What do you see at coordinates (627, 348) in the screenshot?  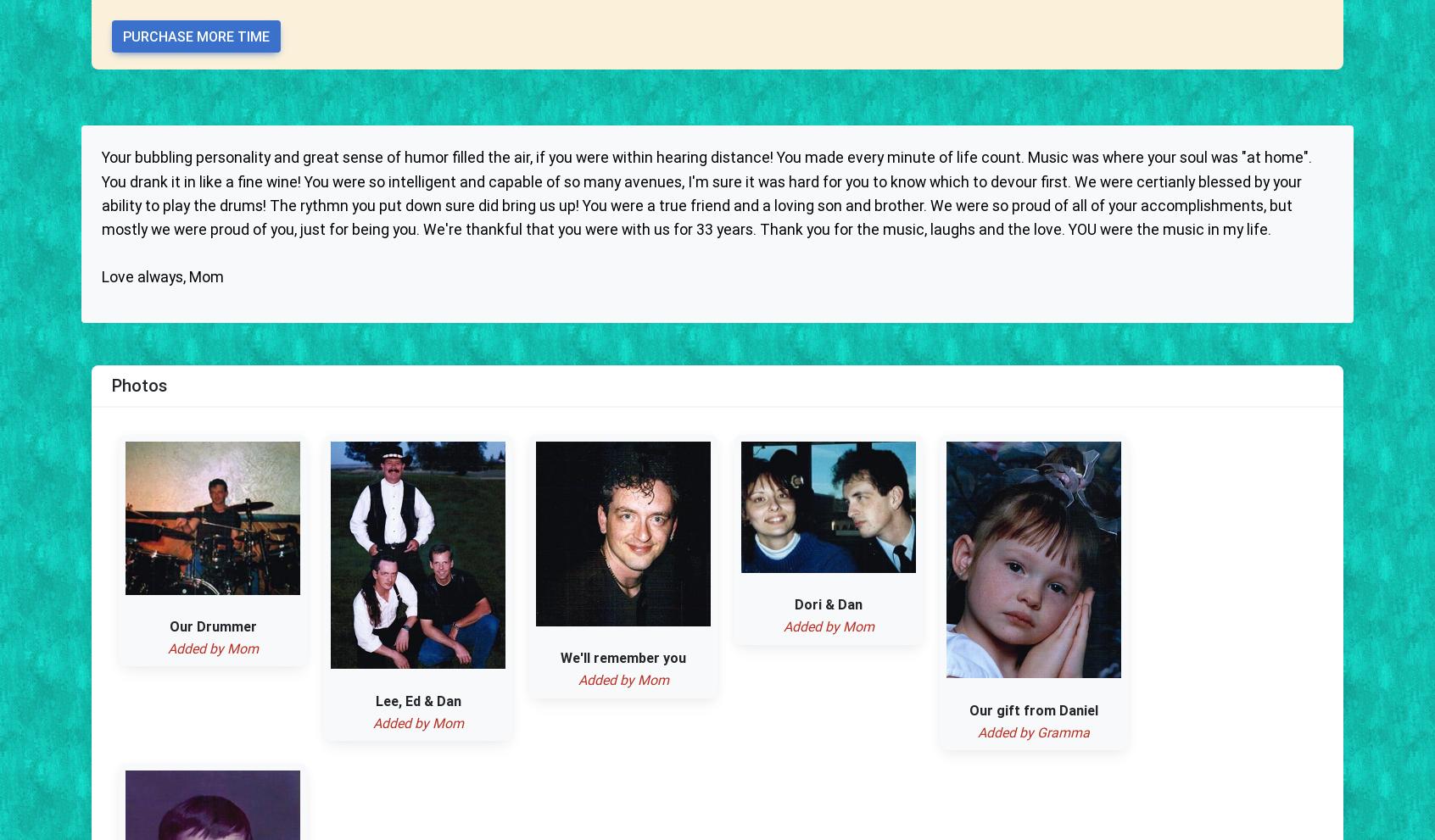 I see `'Keyholders®'` at bounding box center [627, 348].